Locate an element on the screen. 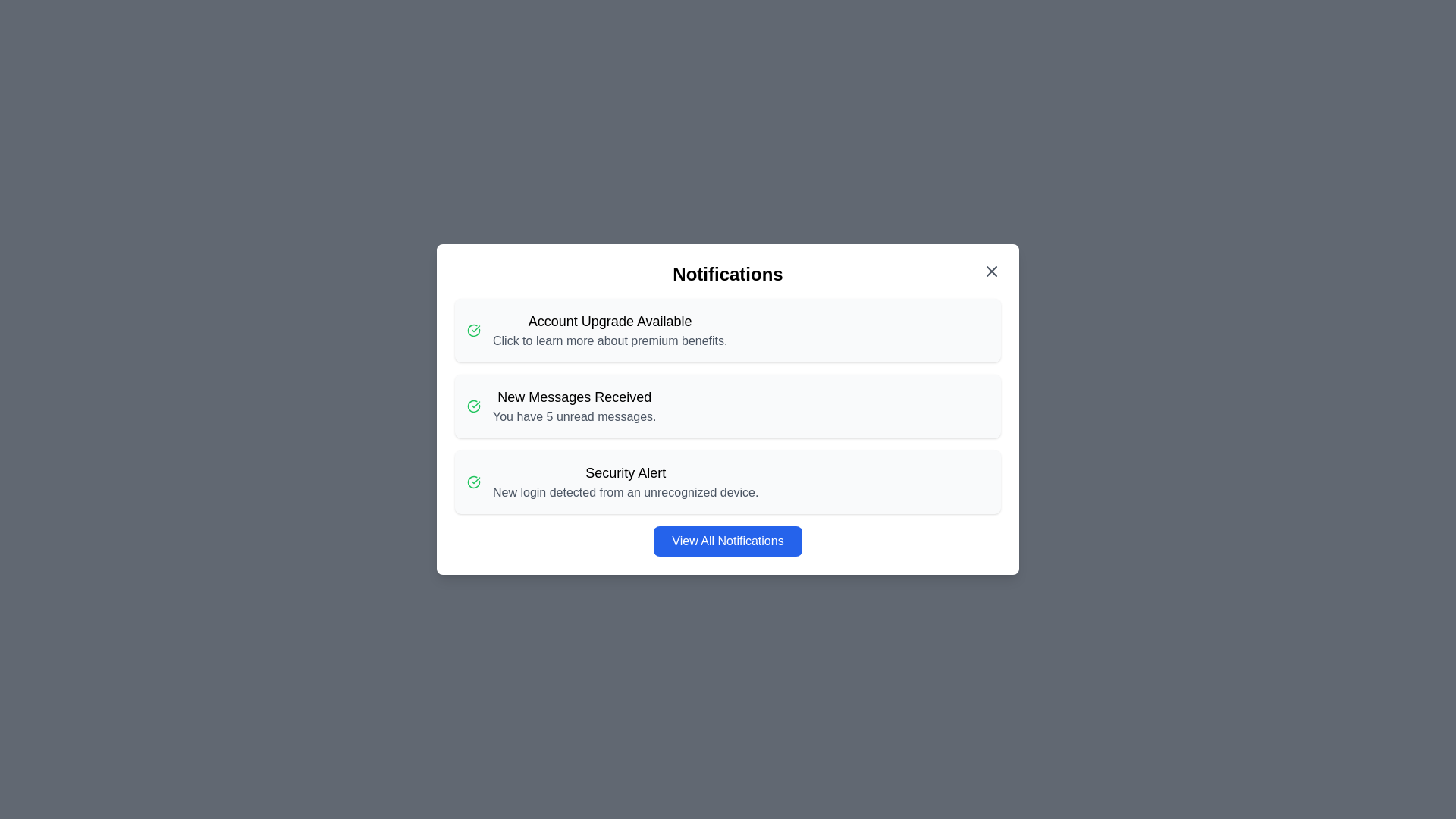 This screenshot has width=1456, height=819. the navigation button at the bottom center of the 'Notifications' modal dialog is located at coordinates (728, 540).